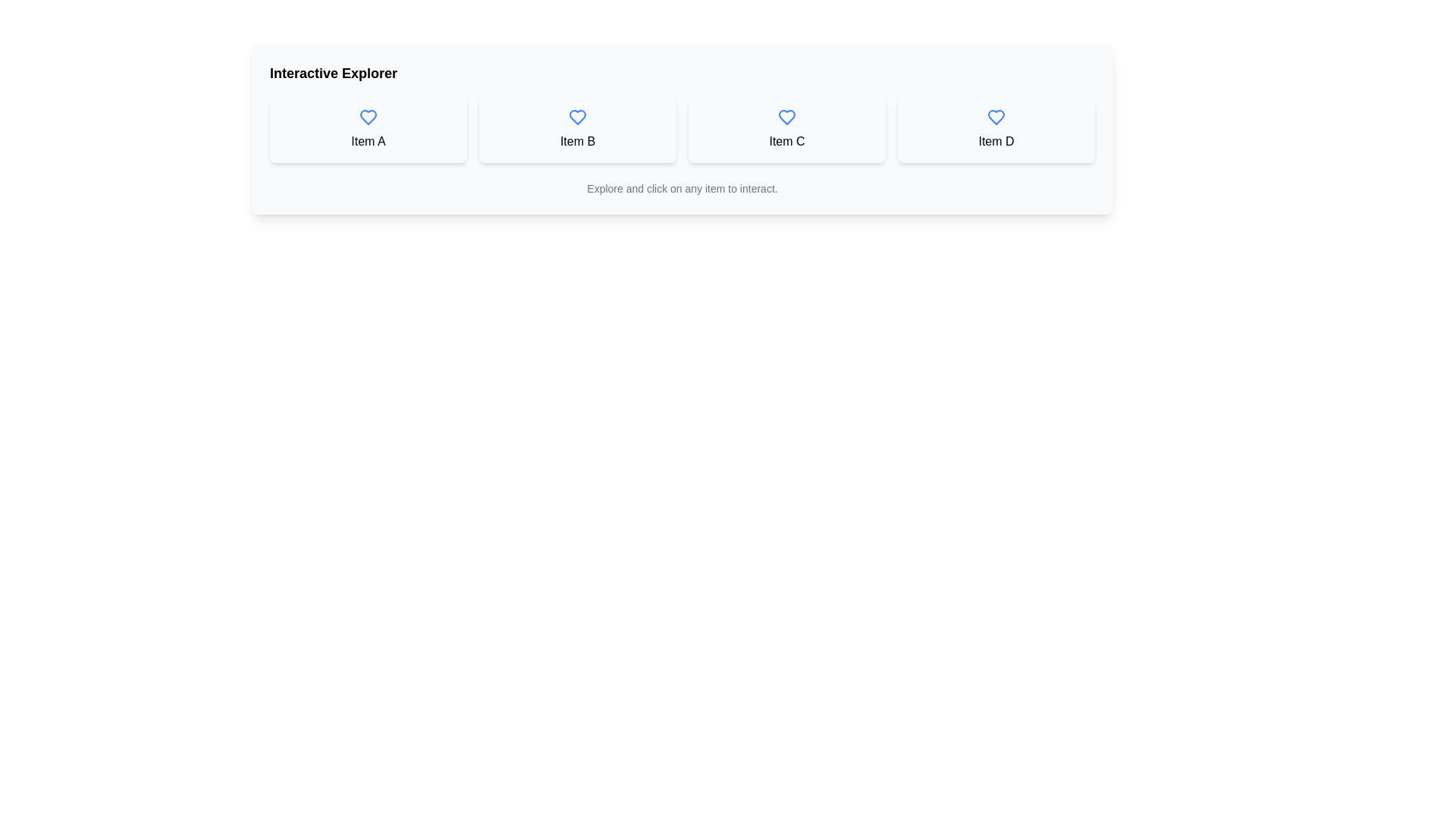 This screenshot has width=1456, height=819. What do you see at coordinates (368, 116) in the screenshot?
I see `the heart-shaped icon with a blue outline located above the text 'Item A'` at bounding box center [368, 116].